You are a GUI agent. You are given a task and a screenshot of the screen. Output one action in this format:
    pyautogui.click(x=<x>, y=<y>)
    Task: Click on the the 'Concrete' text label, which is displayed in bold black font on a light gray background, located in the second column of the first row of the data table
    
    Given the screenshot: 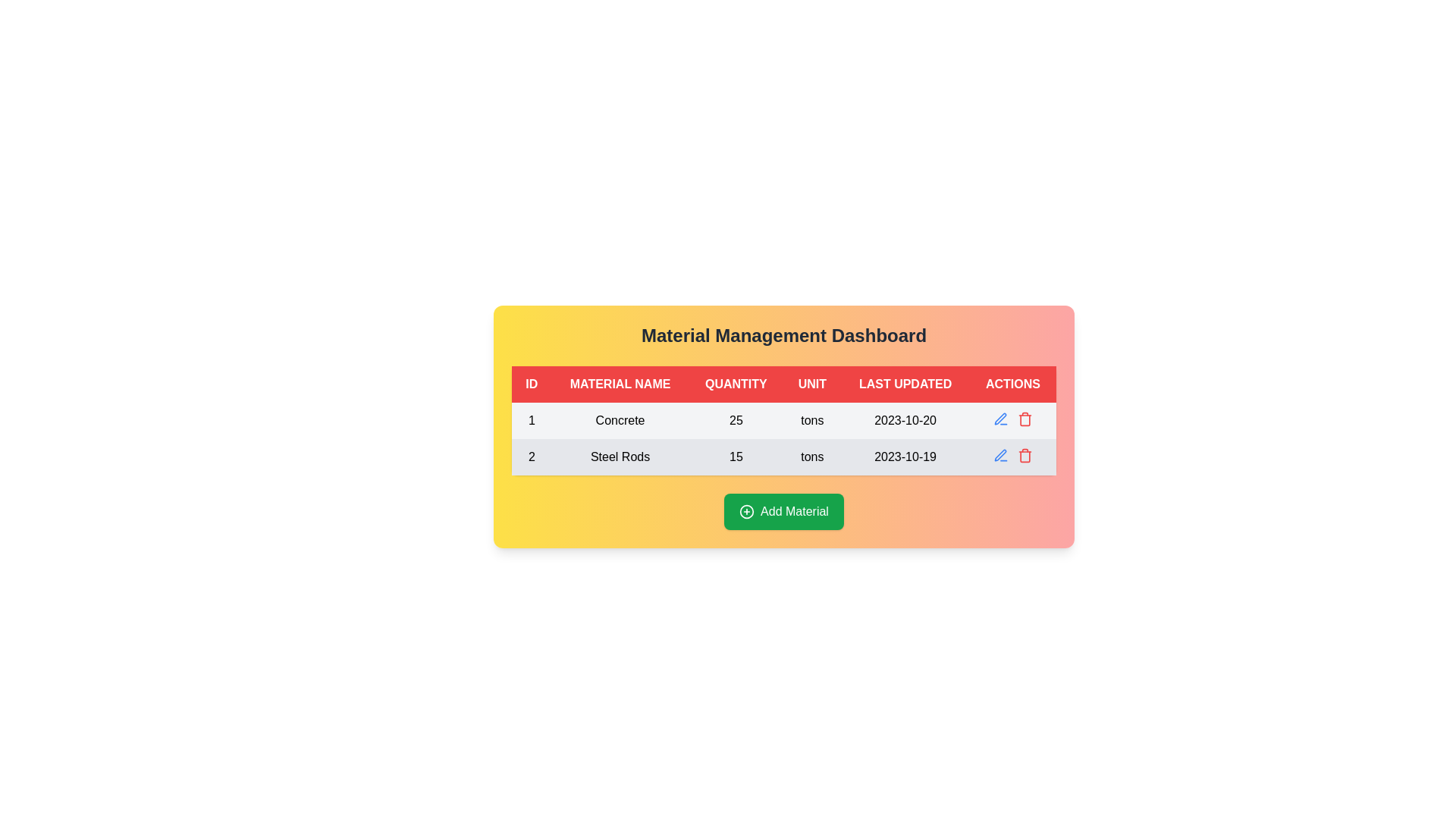 What is the action you would take?
    pyautogui.click(x=620, y=421)
    